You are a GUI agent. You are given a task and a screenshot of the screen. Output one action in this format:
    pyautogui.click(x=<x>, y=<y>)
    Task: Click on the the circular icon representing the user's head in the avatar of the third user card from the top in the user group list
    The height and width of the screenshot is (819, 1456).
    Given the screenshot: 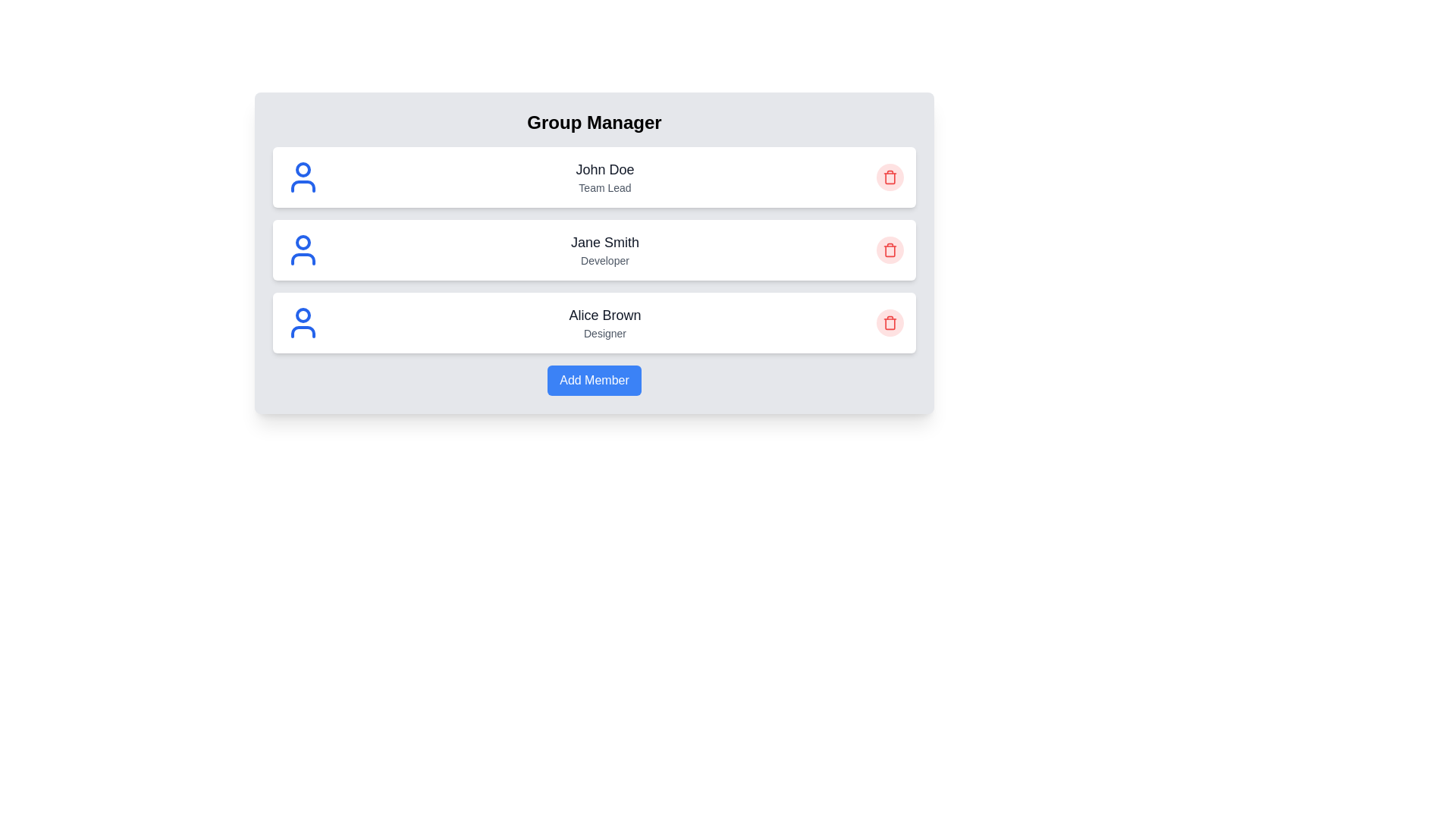 What is the action you would take?
    pyautogui.click(x=303, y=315)
    